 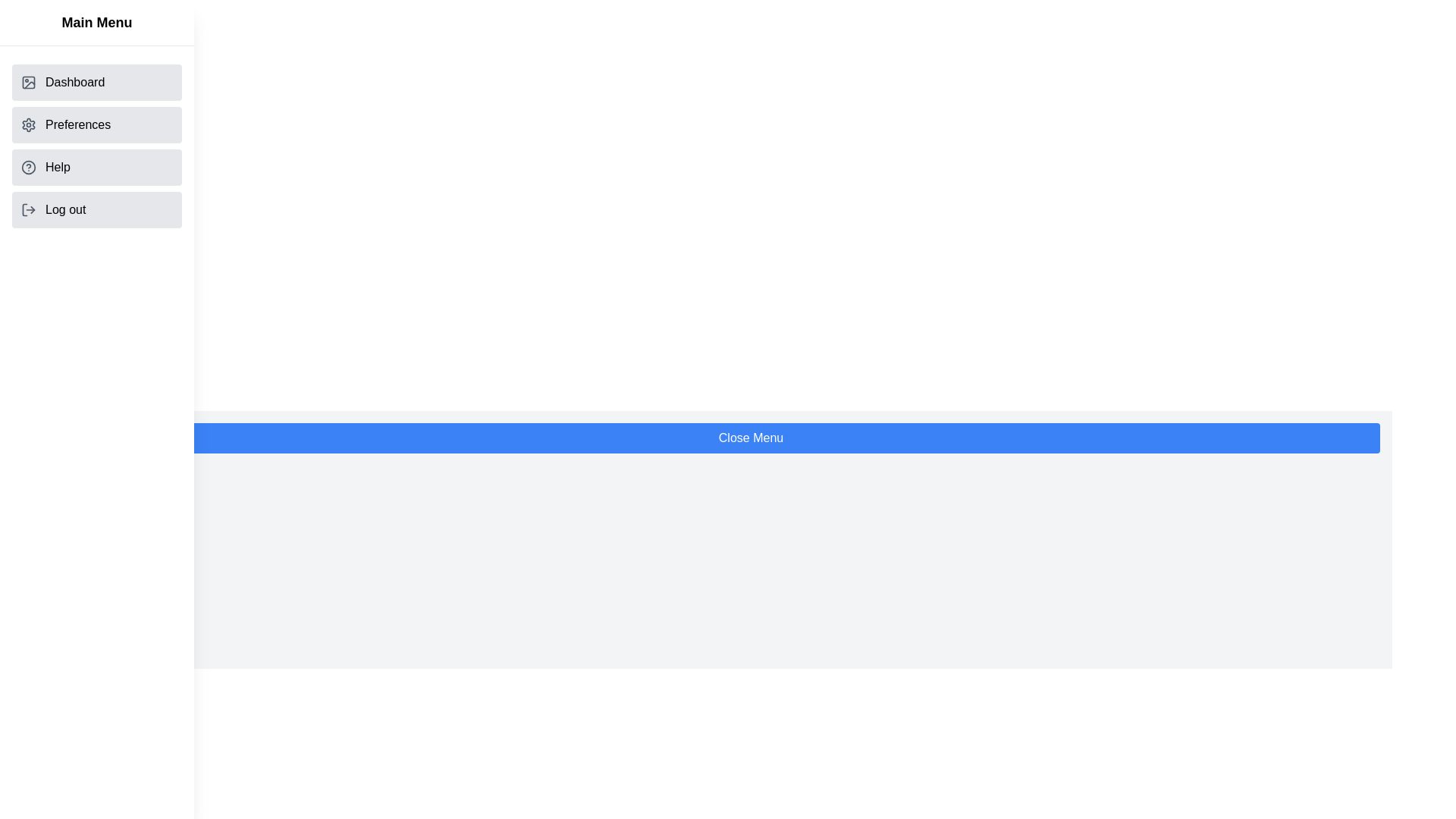 I want to click on the 'Help' option in the sidebar menu, so click(x=96, y=167).